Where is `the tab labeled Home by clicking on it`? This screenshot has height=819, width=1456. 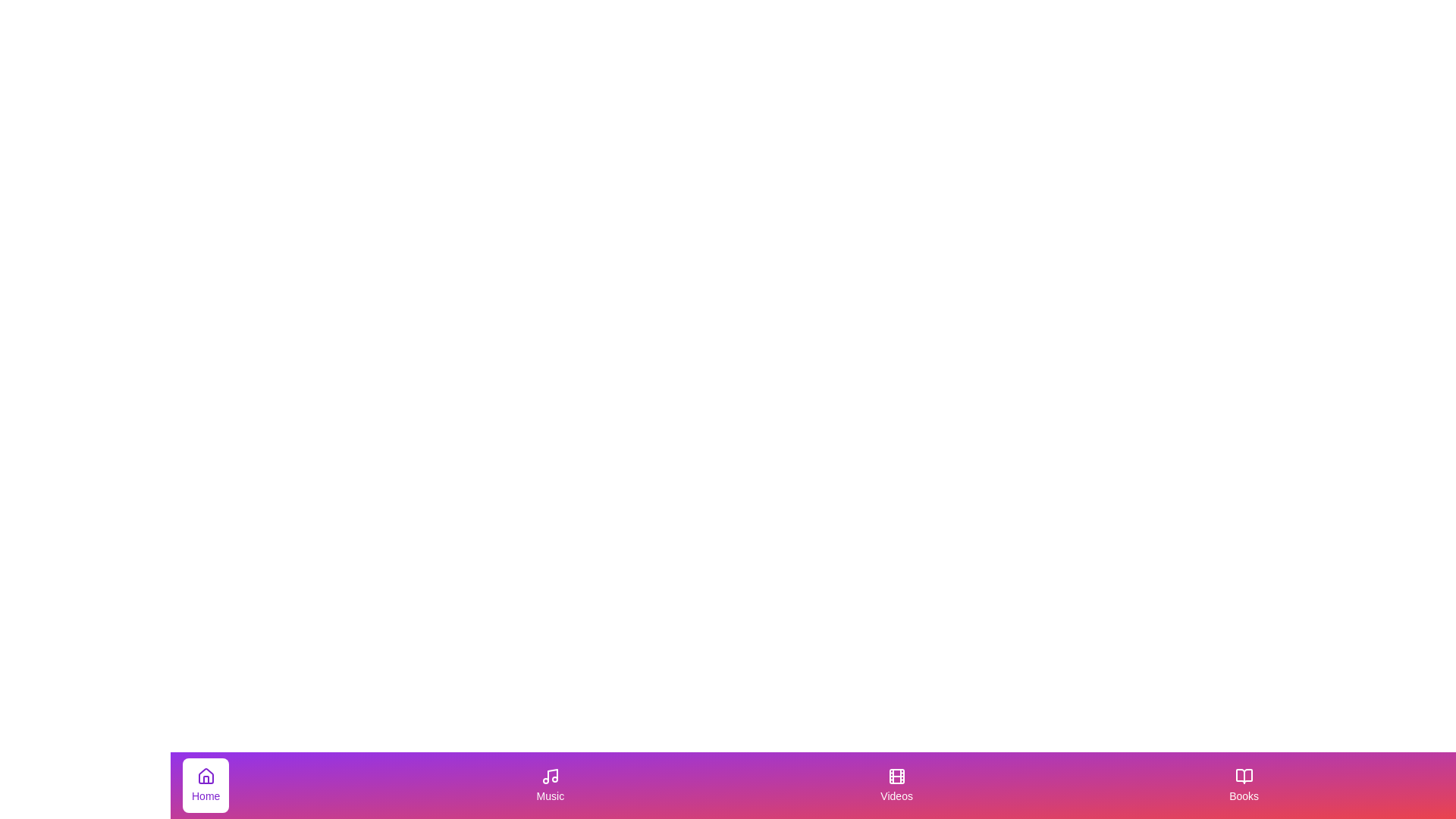
the tab labeled Home by clicking on it is located at coordinates (205, 785).